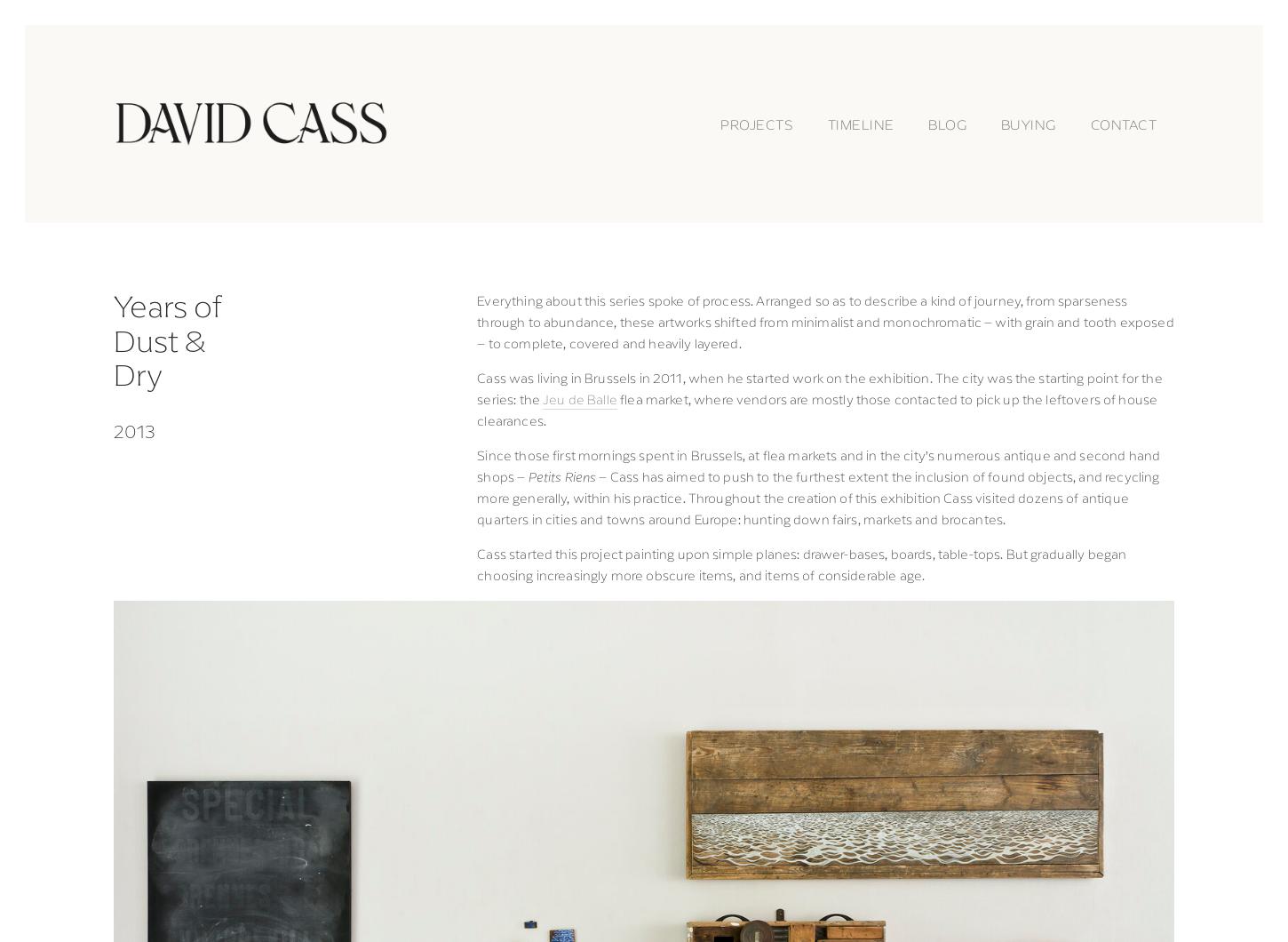 This screenshot has height=942, width=1288. I want to click on 'Contact', so click(1089, 122).